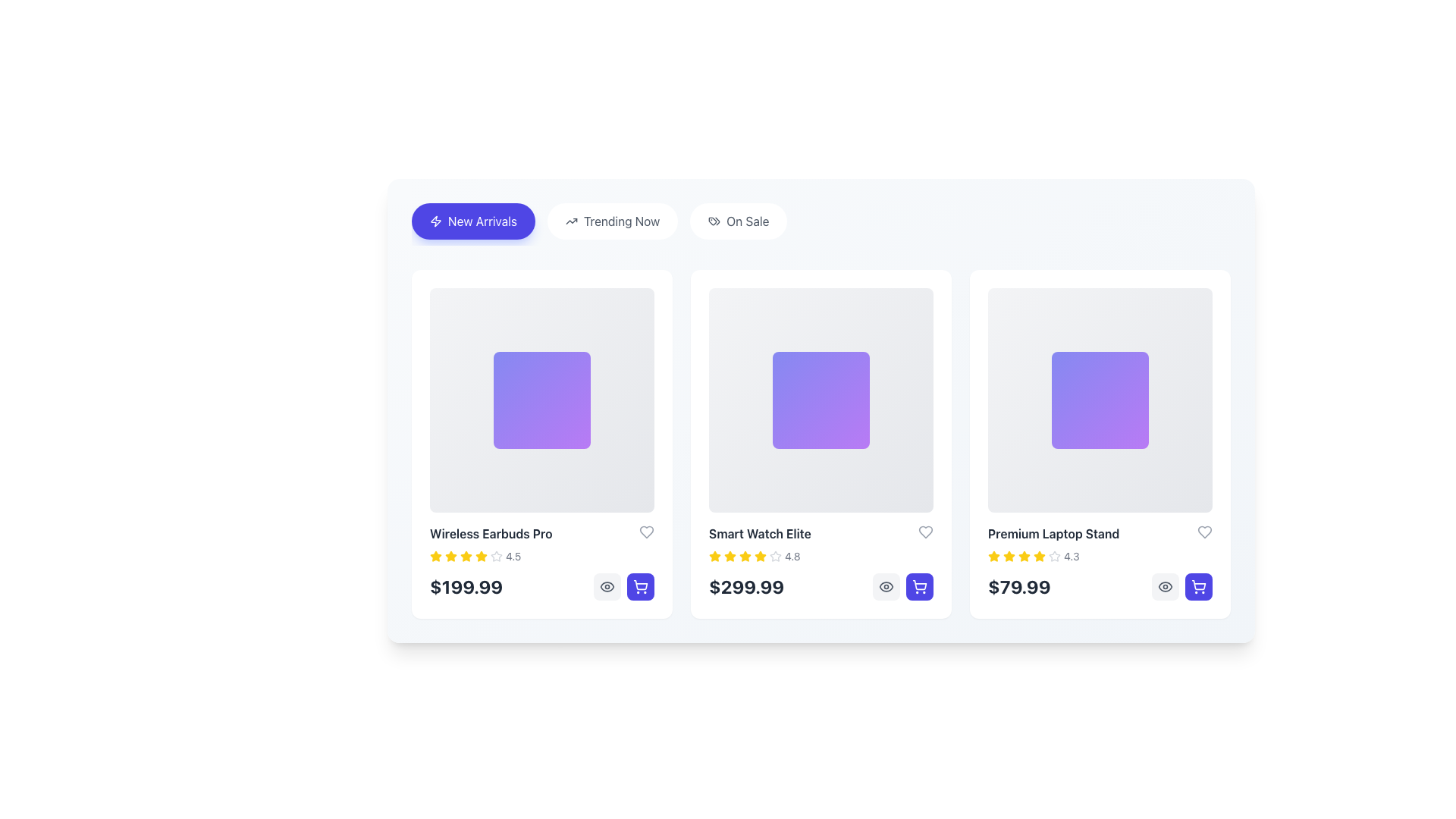 The image size is (1456, 819). What do you see at coordinates (821, 400) in the screenshot?
I see `the decorative background element of the 'Smart Watch Elite' product listing, which enhances its visual appeal with a vivid gradient background` at bounding box center [821, 400].